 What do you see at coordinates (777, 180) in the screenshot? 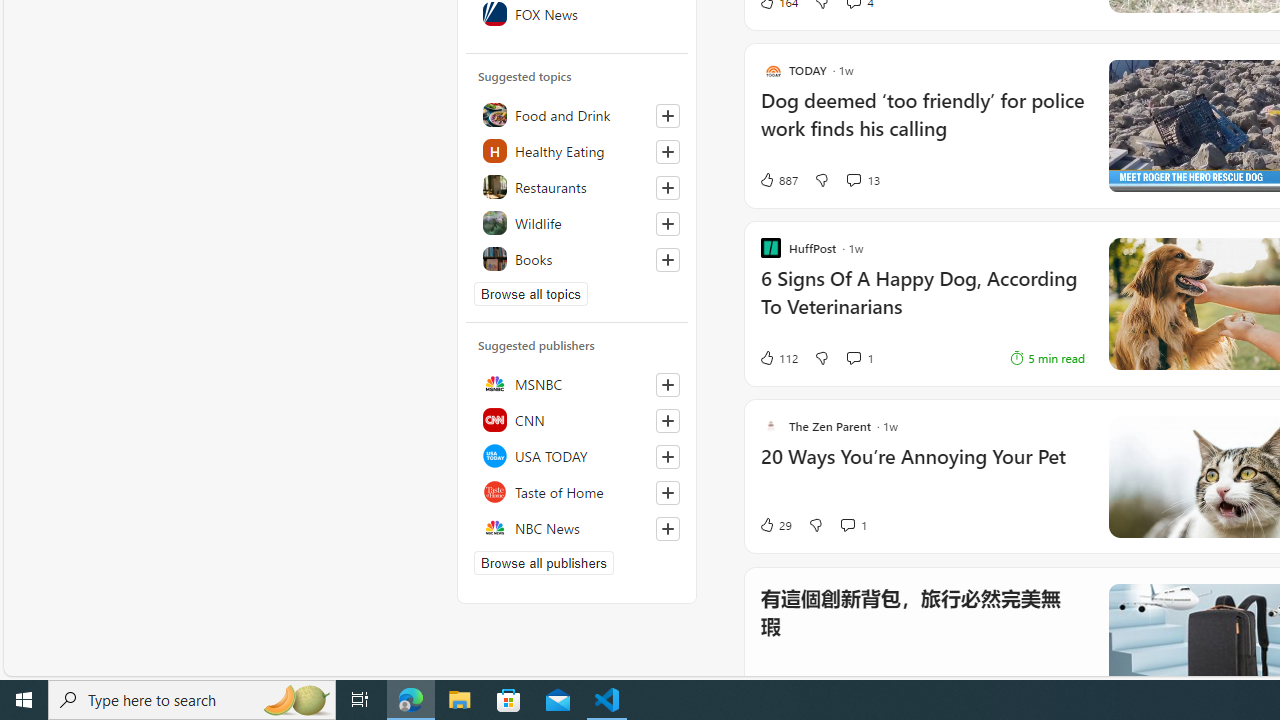
I see `'887 Like'` at bounding box center [777, 180].